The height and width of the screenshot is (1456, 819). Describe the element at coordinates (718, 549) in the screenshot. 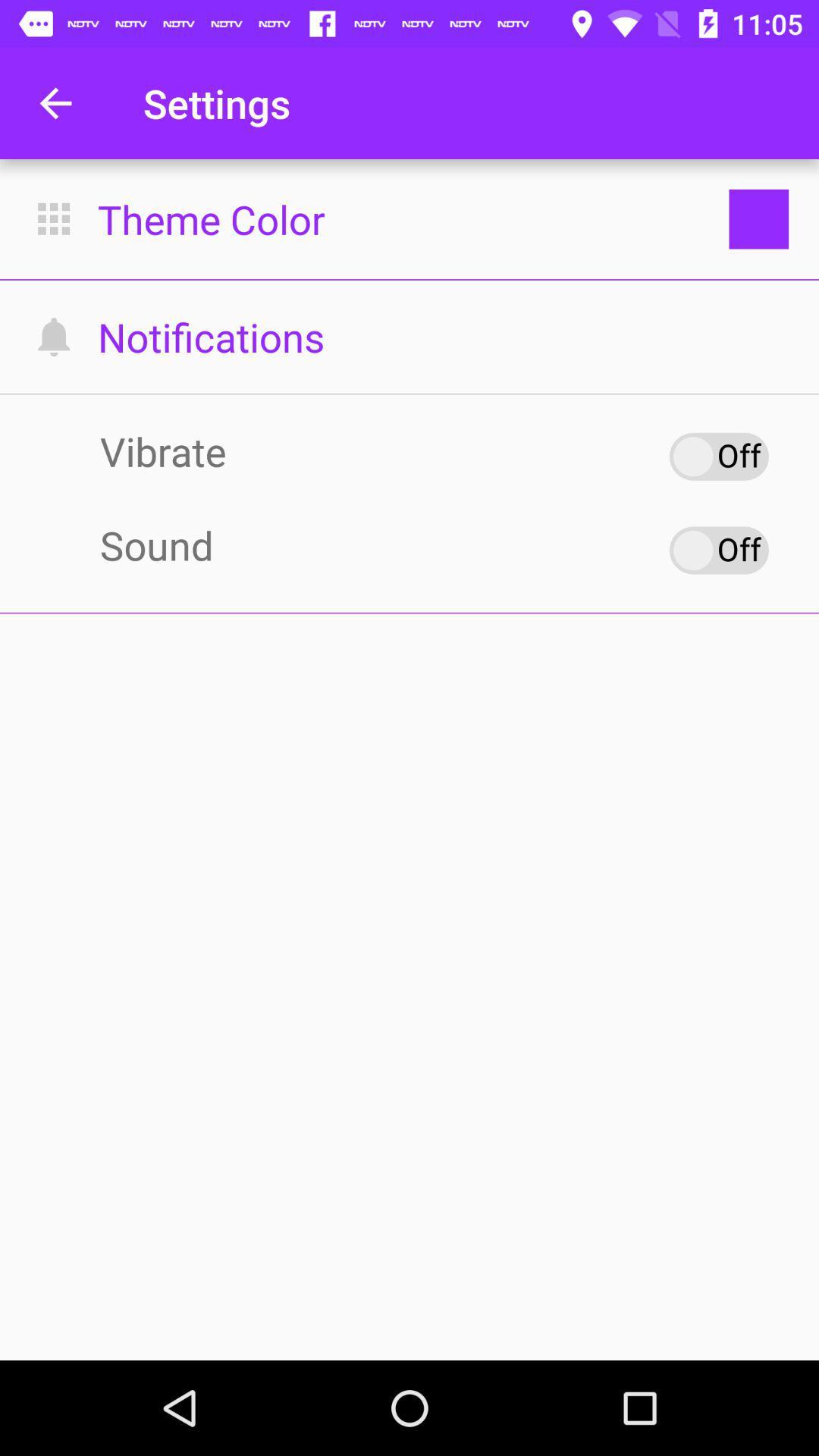

I see `mute or unmute notifications` at that location.